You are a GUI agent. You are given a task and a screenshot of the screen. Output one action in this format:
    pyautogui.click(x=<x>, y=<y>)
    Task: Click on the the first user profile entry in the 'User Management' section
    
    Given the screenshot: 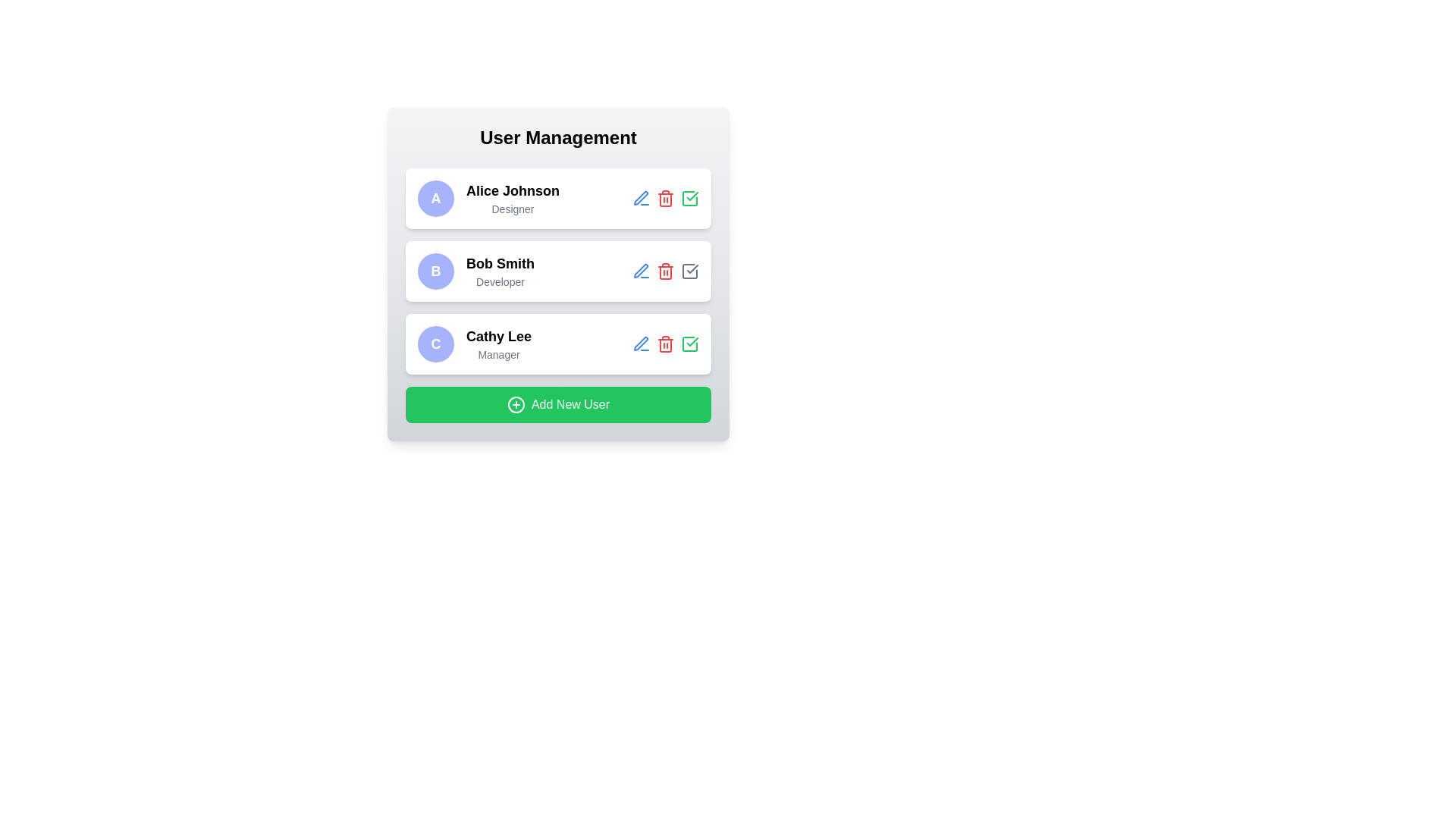 What is the action you would take?
    pyautogui.click(x=488, y=198)
    